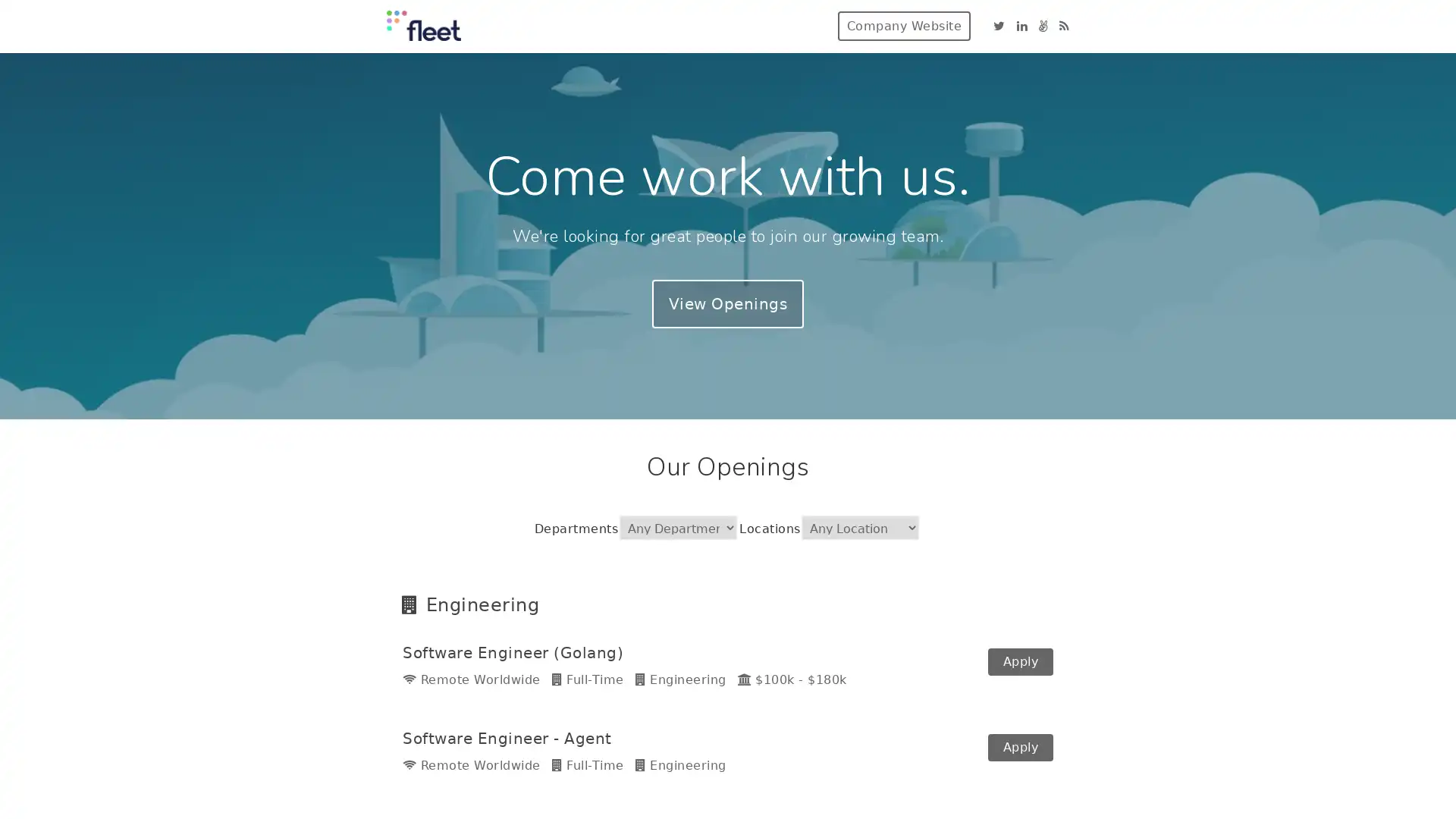 The height and width of the screenshot is (819, 1456). Describe the element at coordinates (1020, 760) in the screenshot. I see `Apply` at that location.